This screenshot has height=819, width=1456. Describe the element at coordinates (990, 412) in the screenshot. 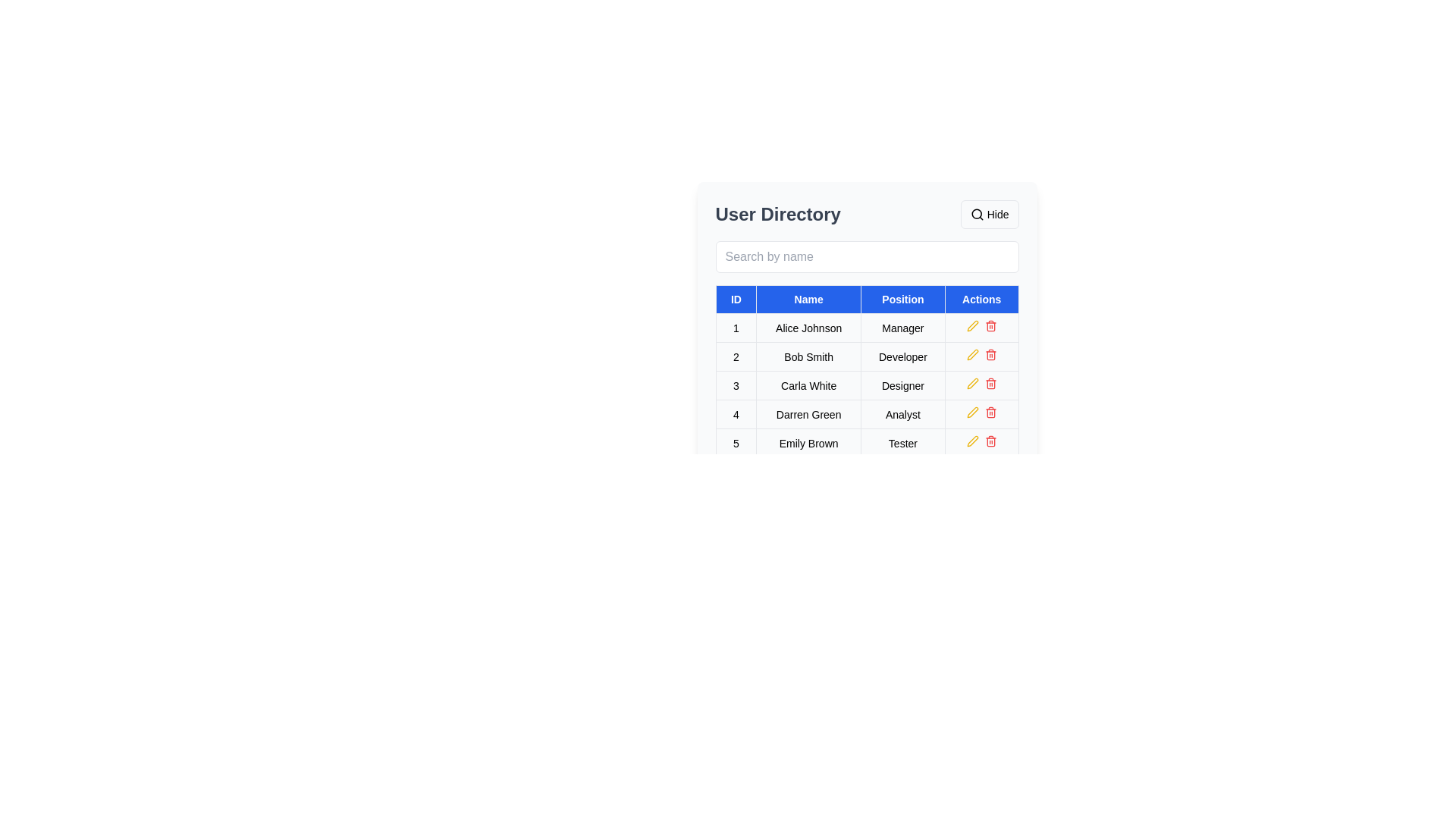

I see `the red trash can icon button located in the 'Actions' column of the row for 'Darren Green - Analyst' to invoke its delete functionality` at that location.